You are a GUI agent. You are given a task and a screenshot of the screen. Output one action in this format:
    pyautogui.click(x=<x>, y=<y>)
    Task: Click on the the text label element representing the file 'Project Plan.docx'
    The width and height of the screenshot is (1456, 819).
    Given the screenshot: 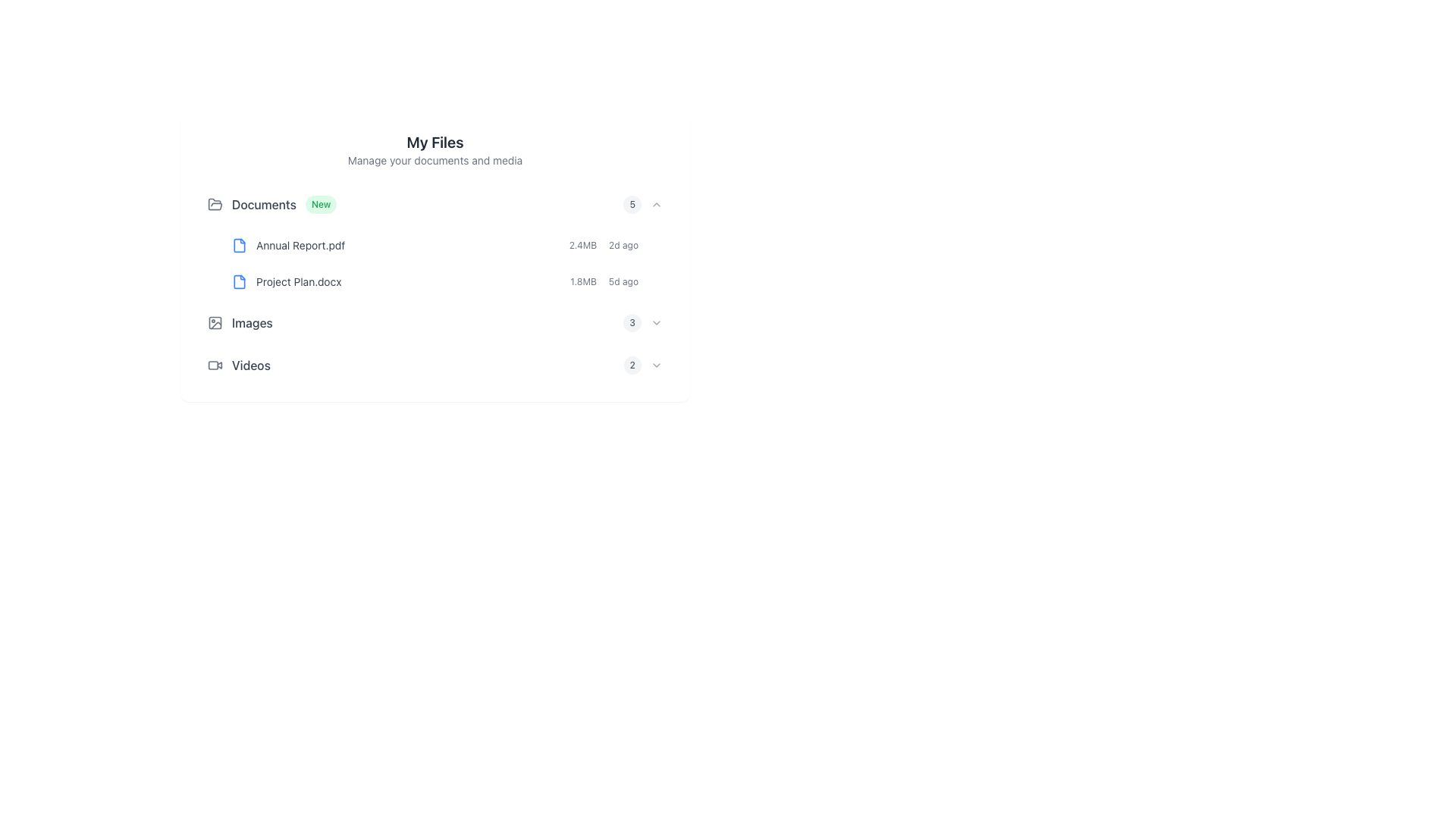 What is the action you would take?
    pyautogui.click(x=287, y=281)
    